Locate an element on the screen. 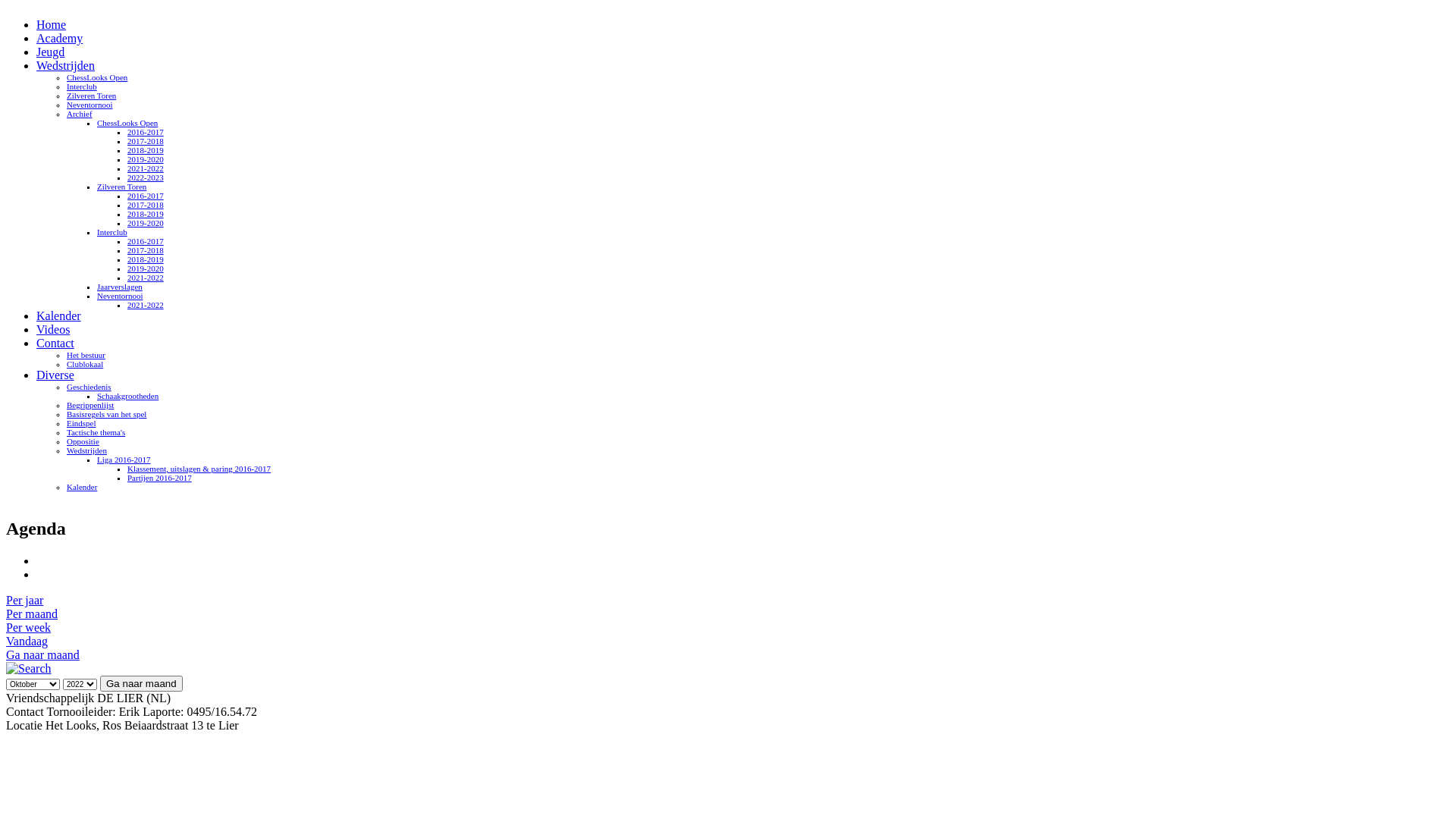 Image resolution: width=1456 pixels, height=819 pixels. 'Interclub' is located at coordinates (111, 231).